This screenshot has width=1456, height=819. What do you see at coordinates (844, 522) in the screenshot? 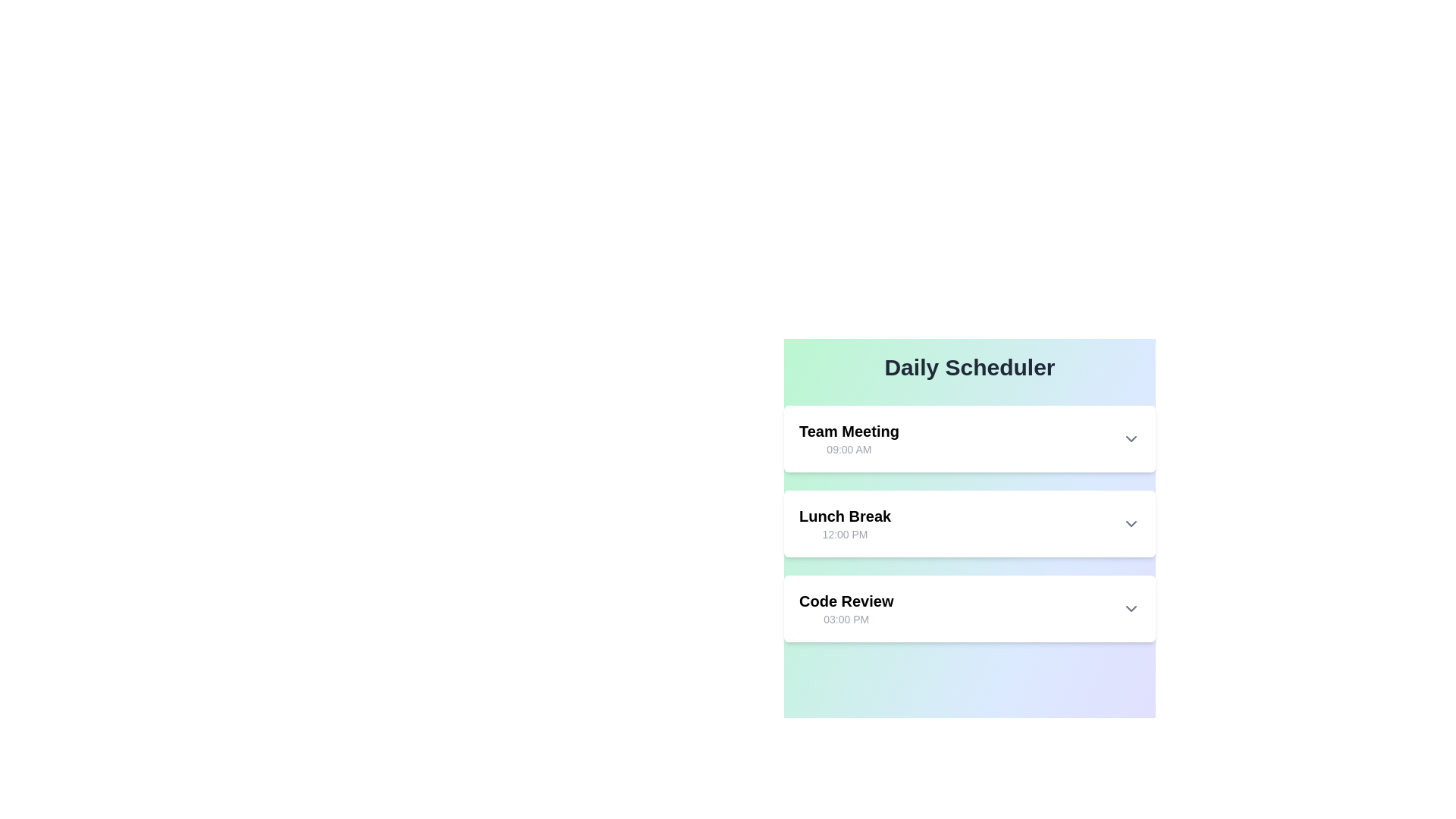
I see `the text label that indicates 'Lunch Break' scheduled for '12:00 PM', which is positioned between 'Team Meeting' and 'Code Review'` at bounding box center [844, 522].